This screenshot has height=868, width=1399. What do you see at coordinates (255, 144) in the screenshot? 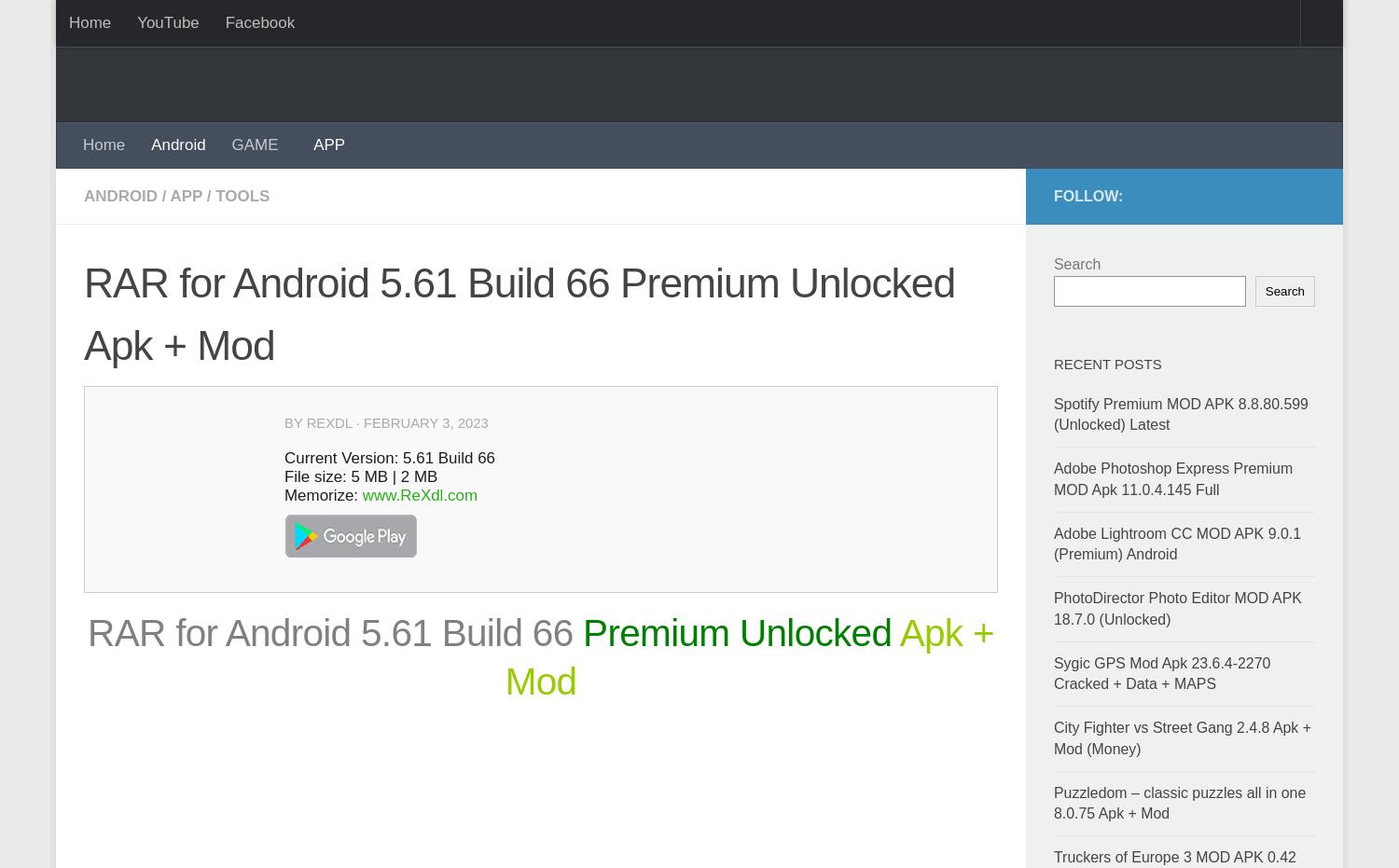
I see `'GAME'` at bounding box center [255, 144].